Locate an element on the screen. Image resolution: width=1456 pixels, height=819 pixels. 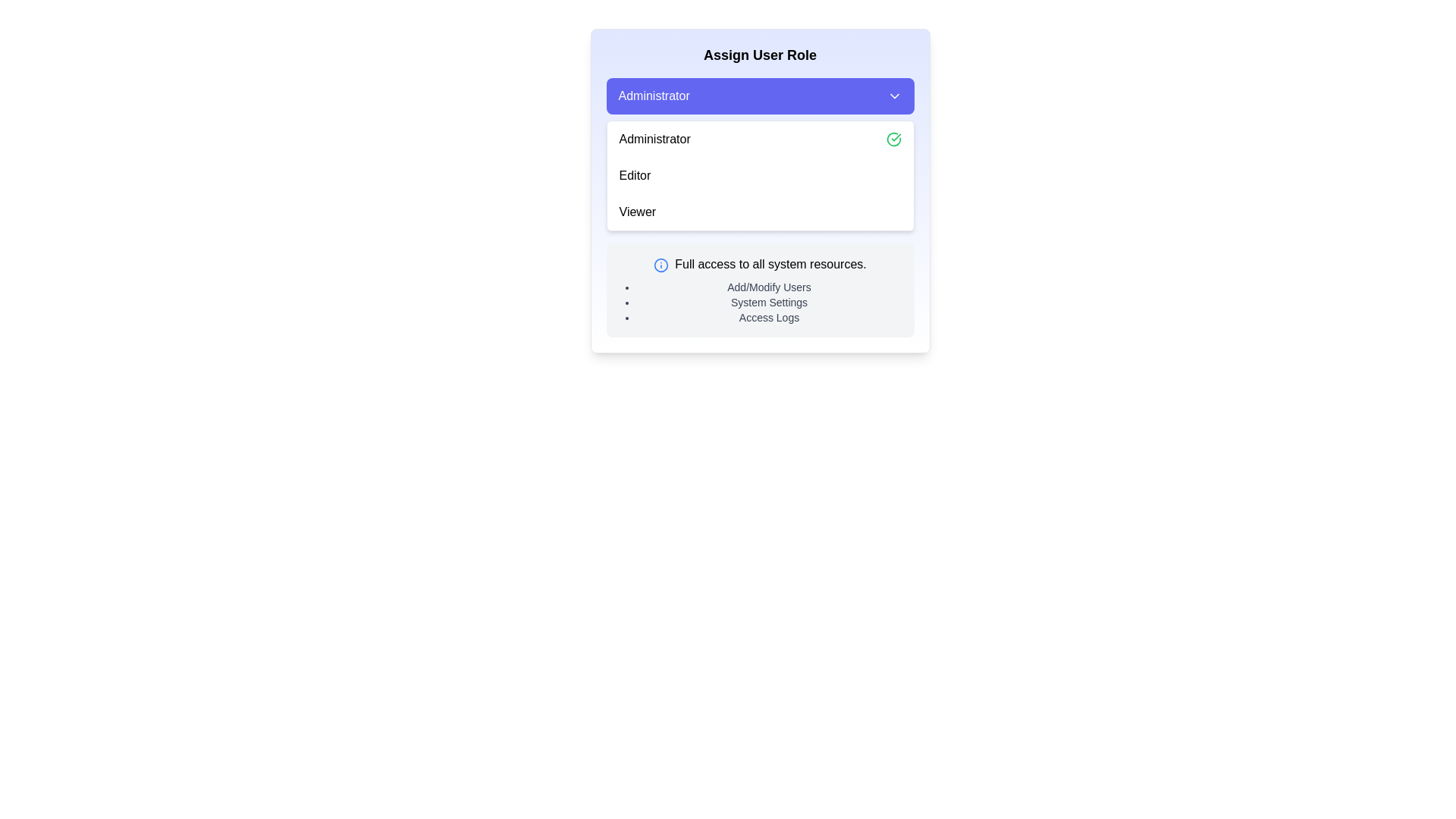
the 'Editor' button-like list item, which is the second option in a vertical list of three items is located at coordinates (760, 174).